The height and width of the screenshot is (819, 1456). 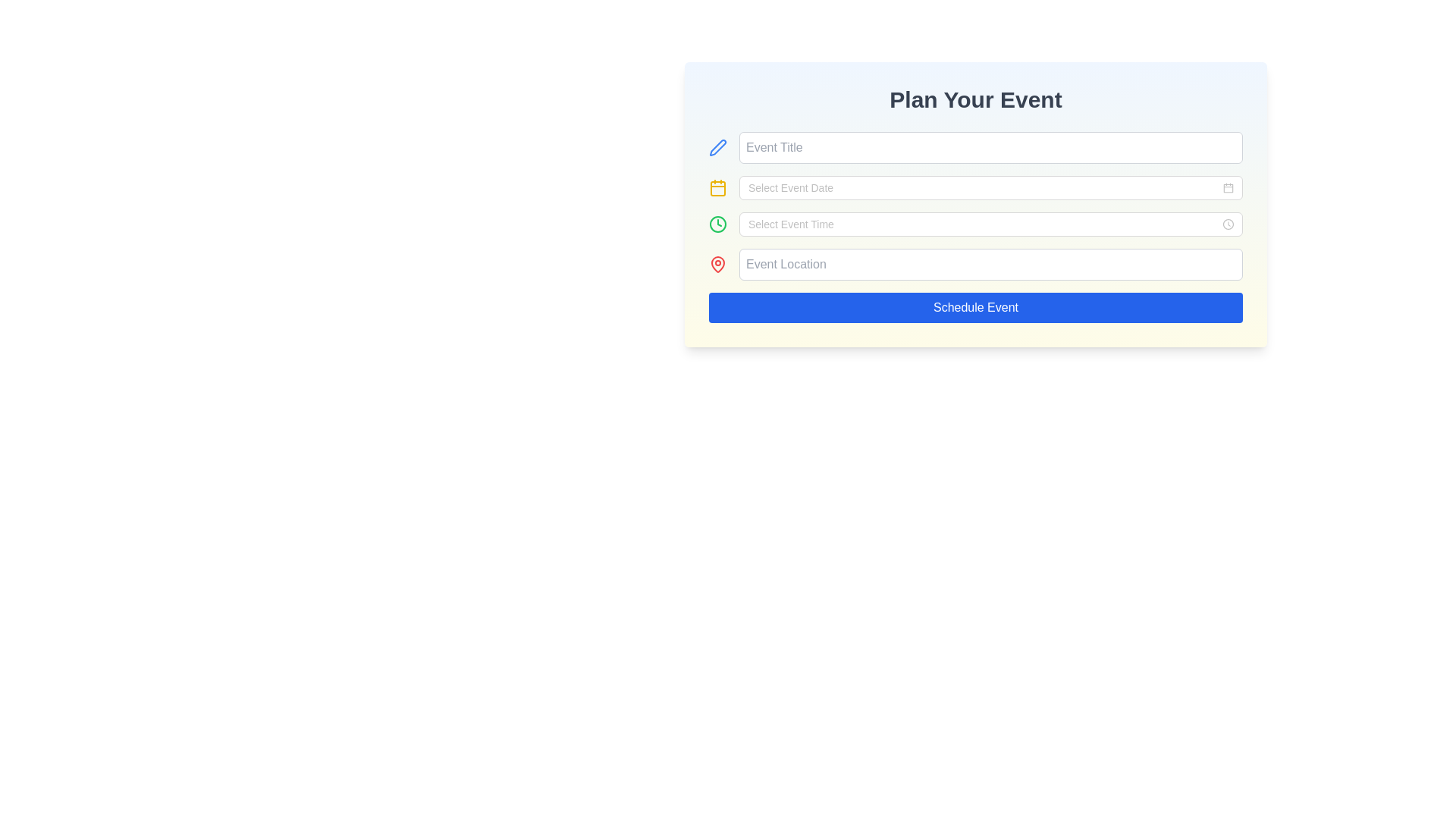 I want to click on the blue pen icon located to the left of the 'Event Title' input field, so click(x=717, y=148).